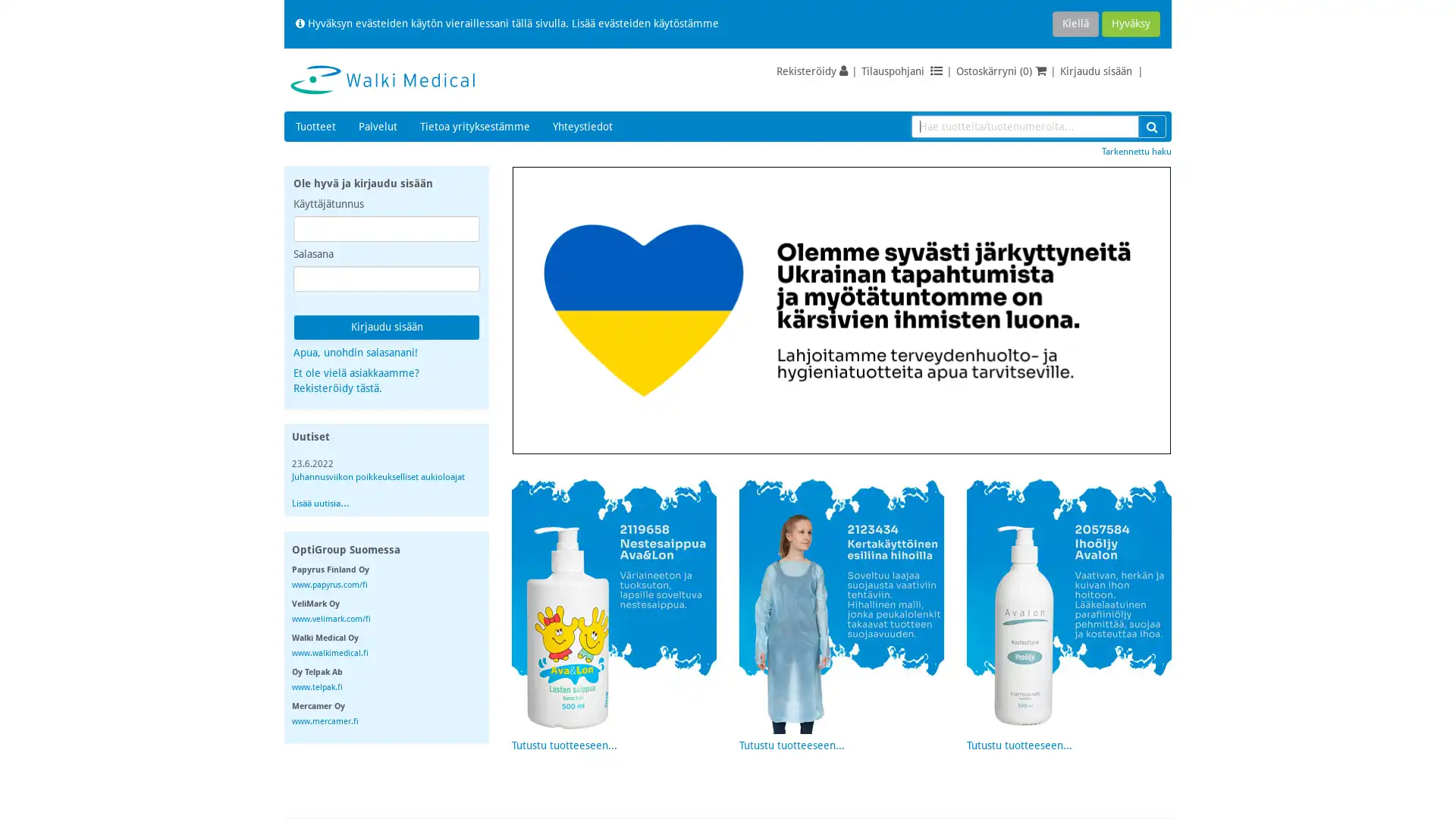 Image resolution: width=1456 pixels, height=819 pixels. Describe the element at coordinates (1131, 24) in the screenshot. I see `Hyvaksy` at that location.